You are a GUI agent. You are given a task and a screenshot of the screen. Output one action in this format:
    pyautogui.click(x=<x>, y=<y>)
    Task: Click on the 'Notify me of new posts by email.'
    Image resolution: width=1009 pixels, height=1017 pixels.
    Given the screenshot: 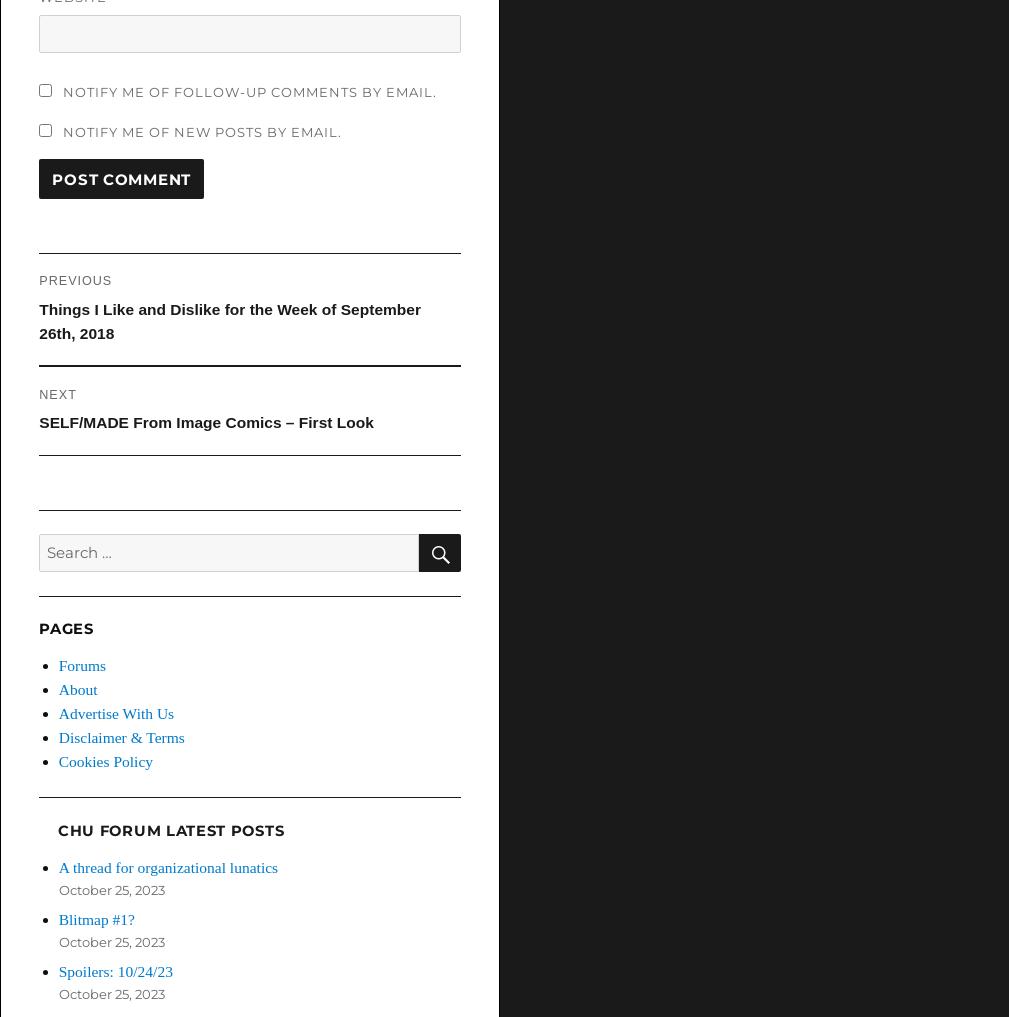 What is the action you would take?
    pyautogui.click(x=200, y=129)
    